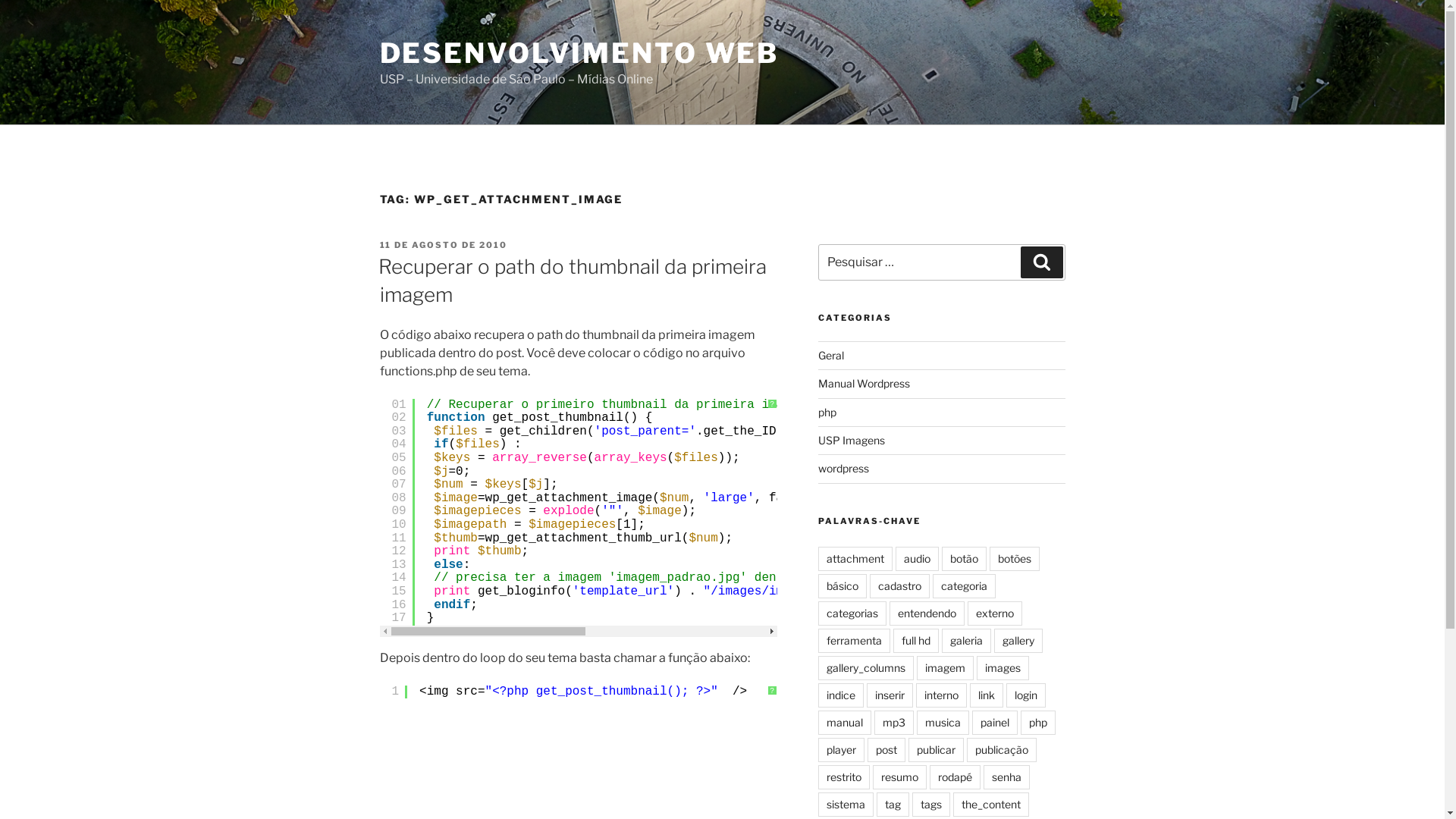  Describe the element at coordinates (890, 695) in the screenshot. I see `'inserir'` at that location.